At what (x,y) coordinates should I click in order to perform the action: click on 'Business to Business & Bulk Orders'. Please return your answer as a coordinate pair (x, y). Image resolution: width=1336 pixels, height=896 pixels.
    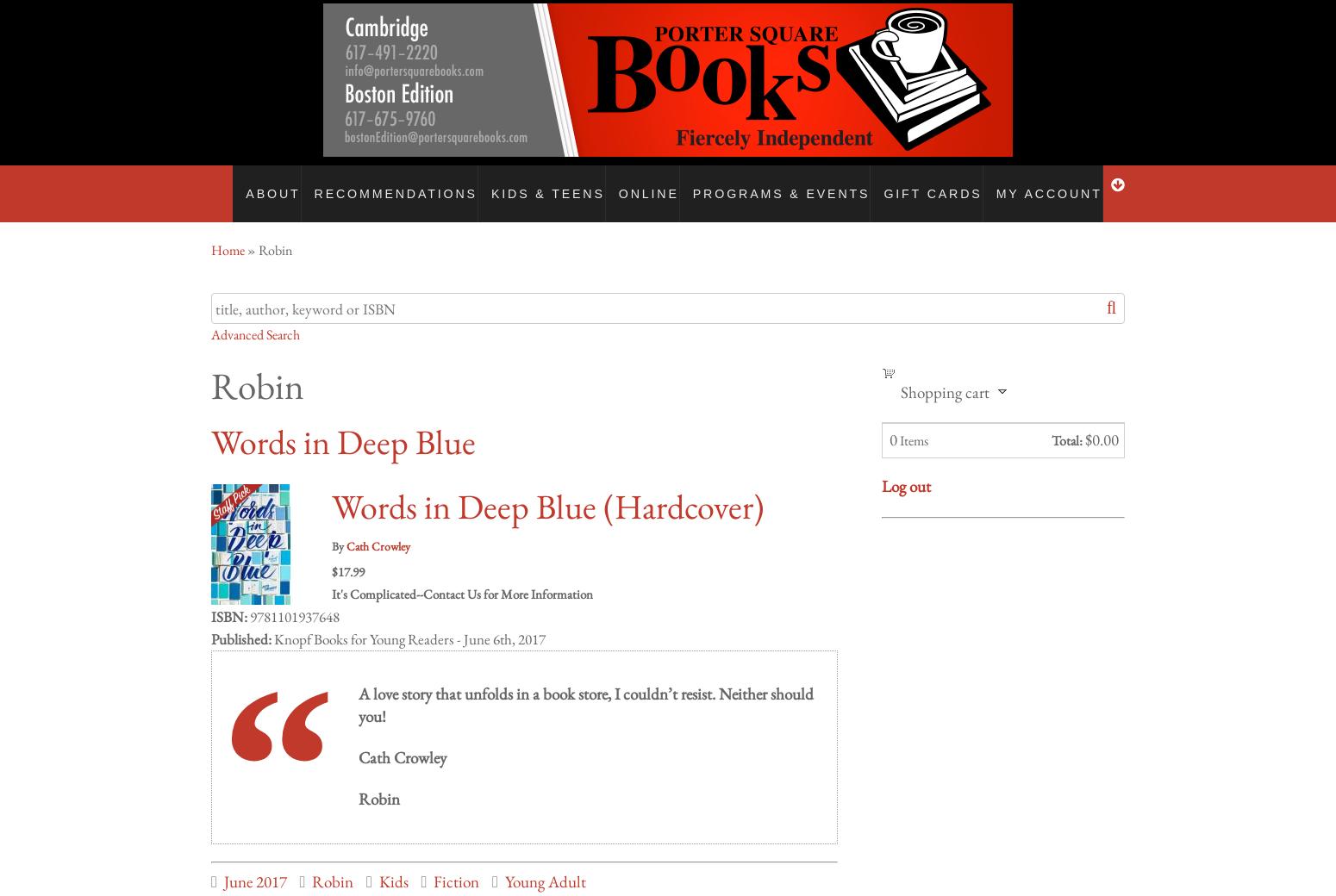
    Looking at the image, I should click on (372, 503).